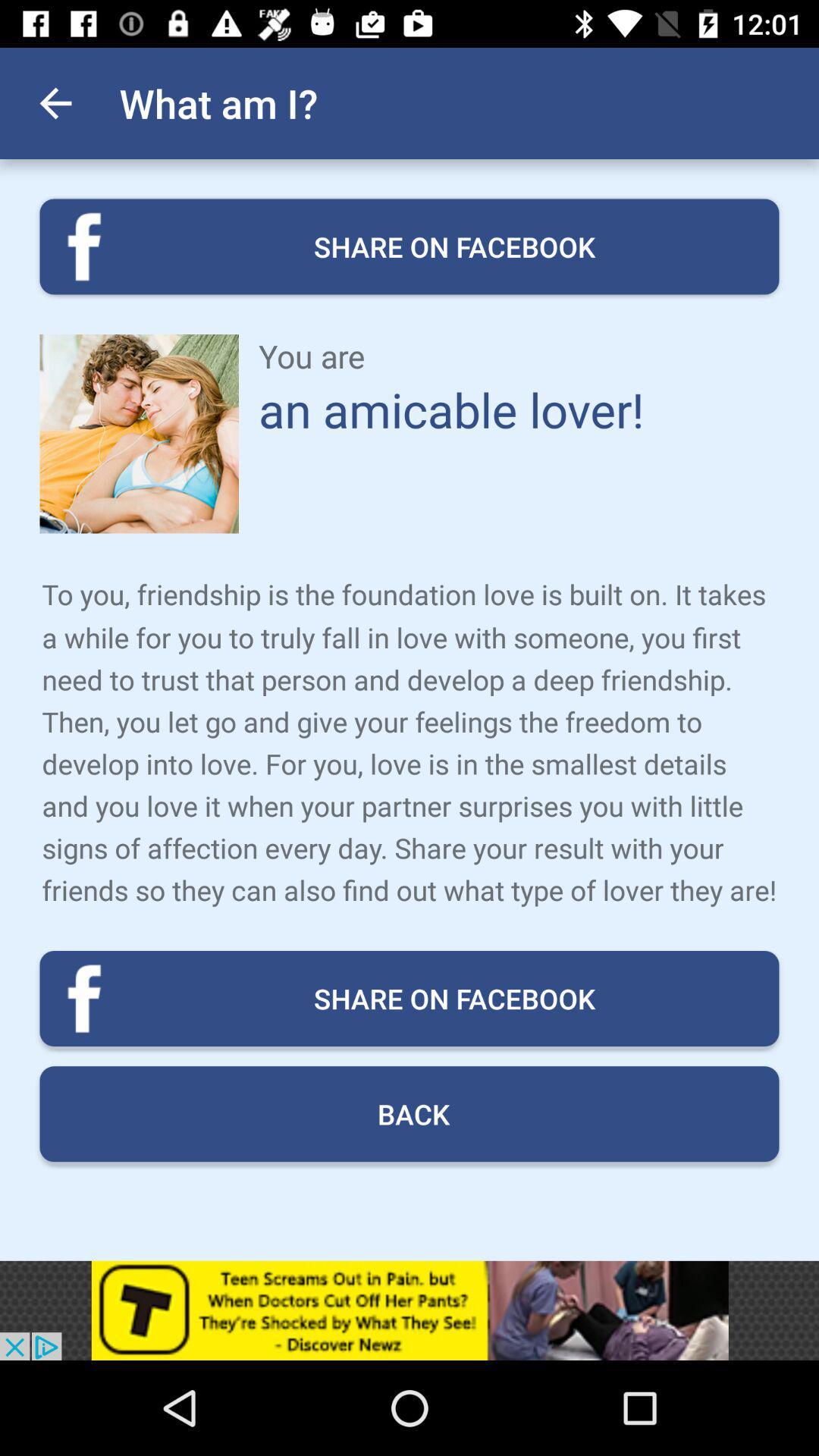 This screenshot has height=1456, width=819. I want to click on advertisements to watch, so click(409, 1310).